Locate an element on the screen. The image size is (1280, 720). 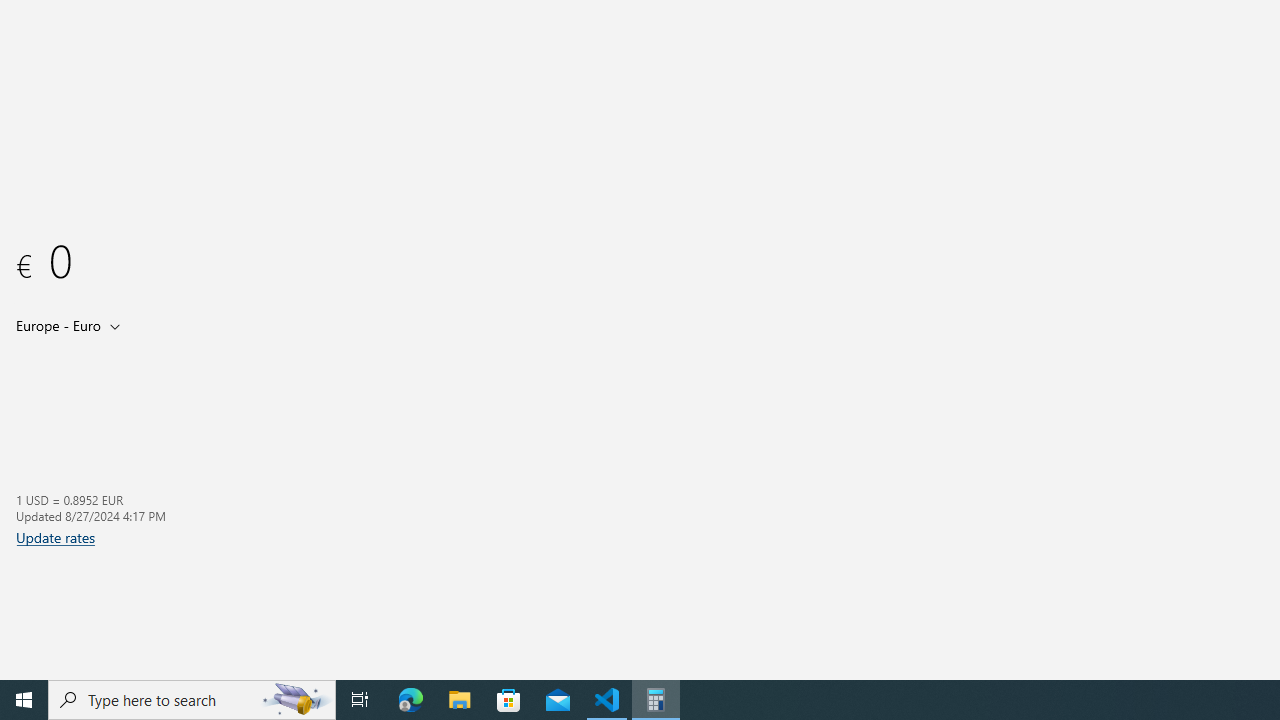
'Europe Euro' is located at coordinates (56, 324).